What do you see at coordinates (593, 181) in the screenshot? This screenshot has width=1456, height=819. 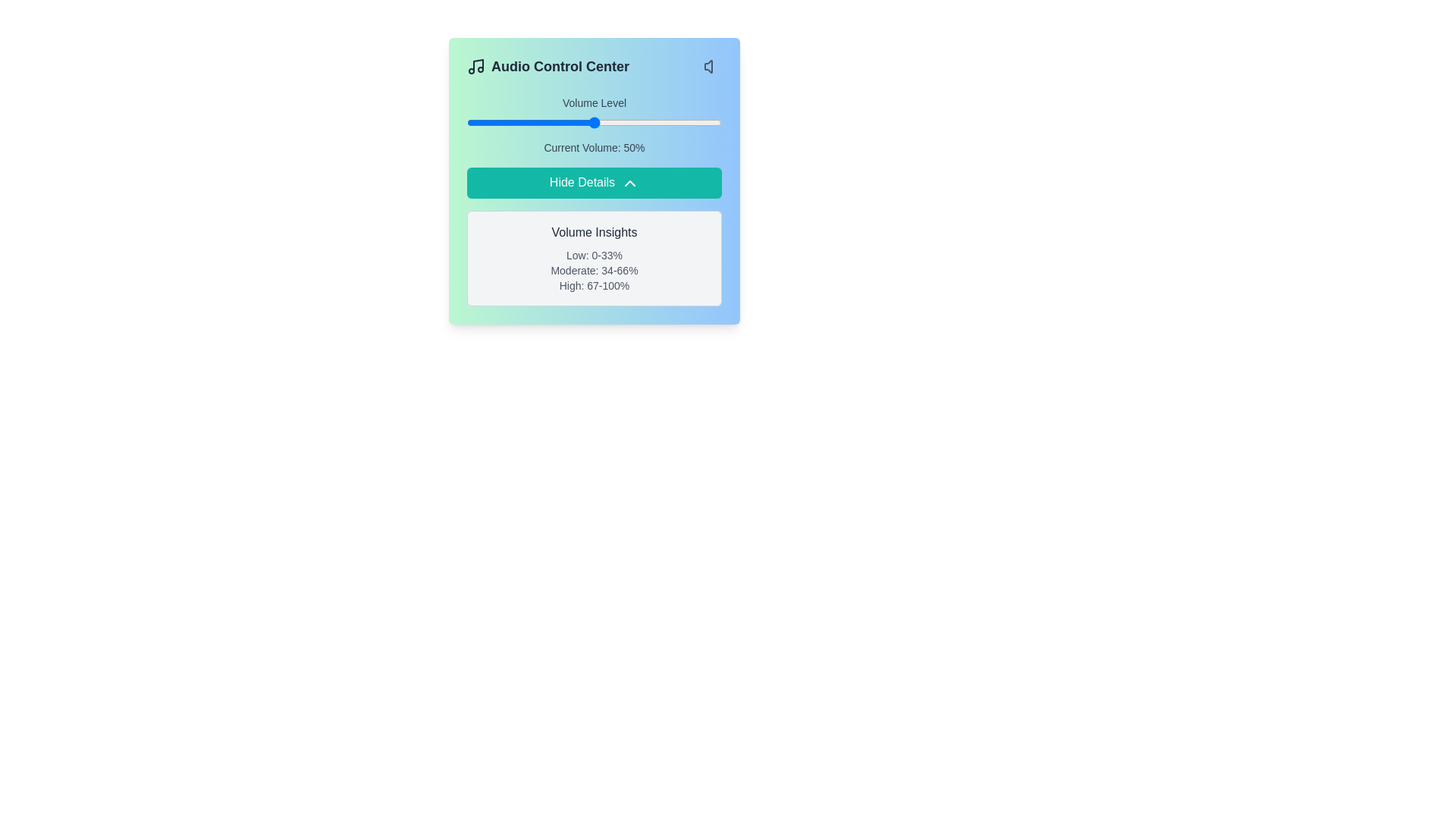 I see `the 'Hide Details' button to observe its hover effect` at bounding box center [593, 181].